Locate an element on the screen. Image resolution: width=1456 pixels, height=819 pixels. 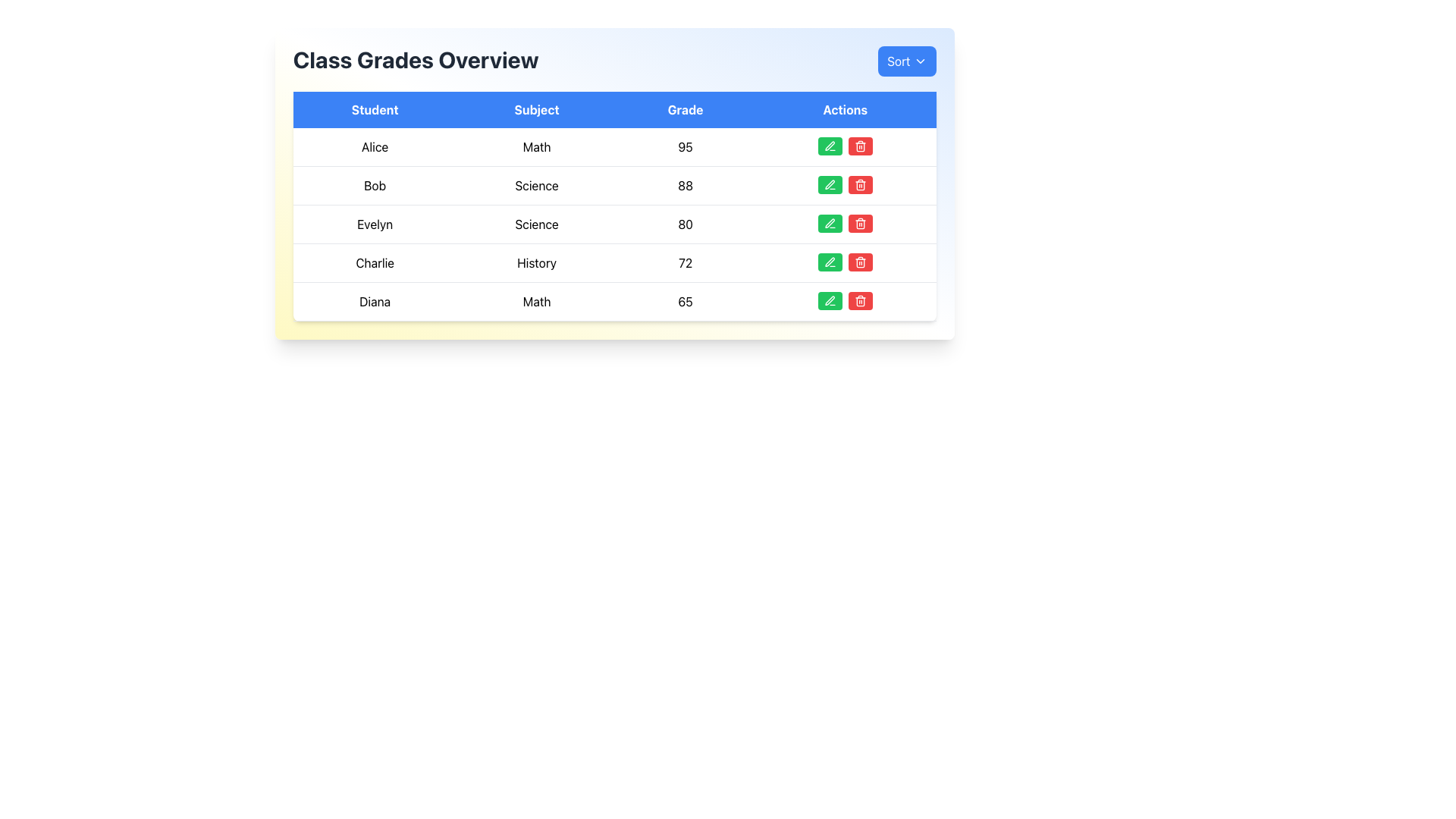
the static text label displaying 'Evelyn' in the second row of the 'Student' column in the Class Grades Overview table is located at coordinates (375, 224).